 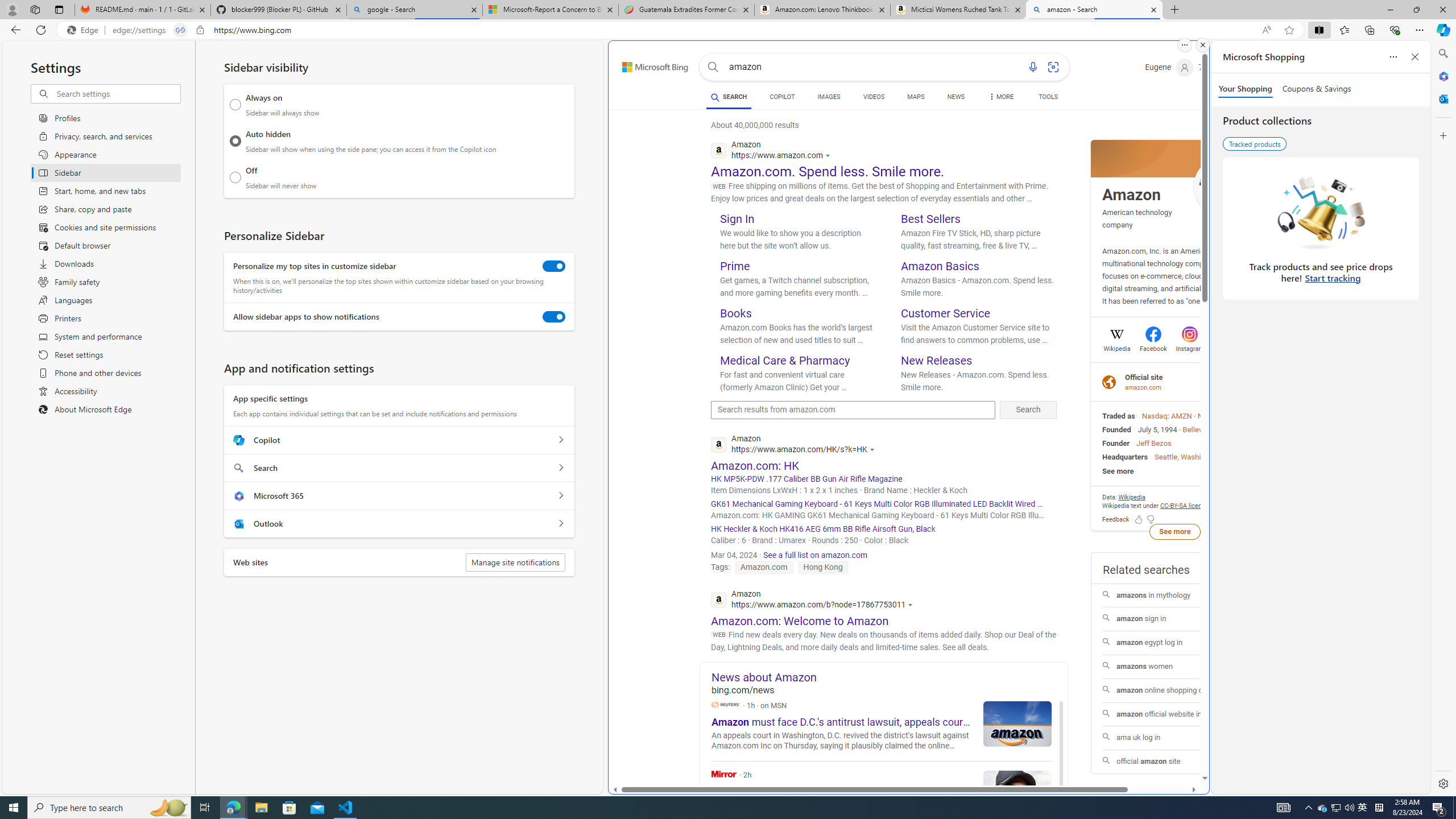 I want to click on 'Amazon.com. Spend less. Smile more.', so click(x=828, y=170).